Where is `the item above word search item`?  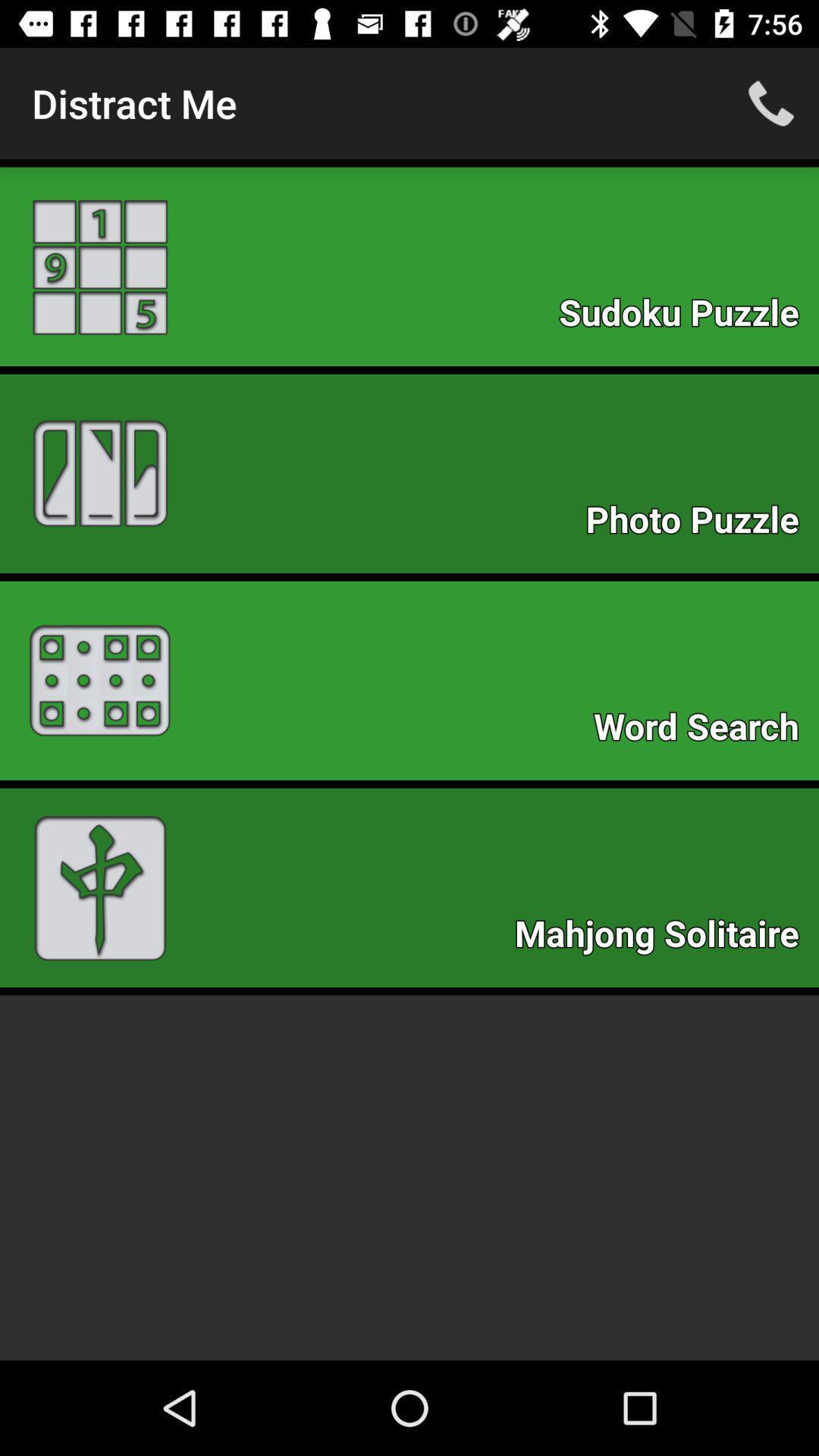
the item above word search item is located at coordinates (700, 524).